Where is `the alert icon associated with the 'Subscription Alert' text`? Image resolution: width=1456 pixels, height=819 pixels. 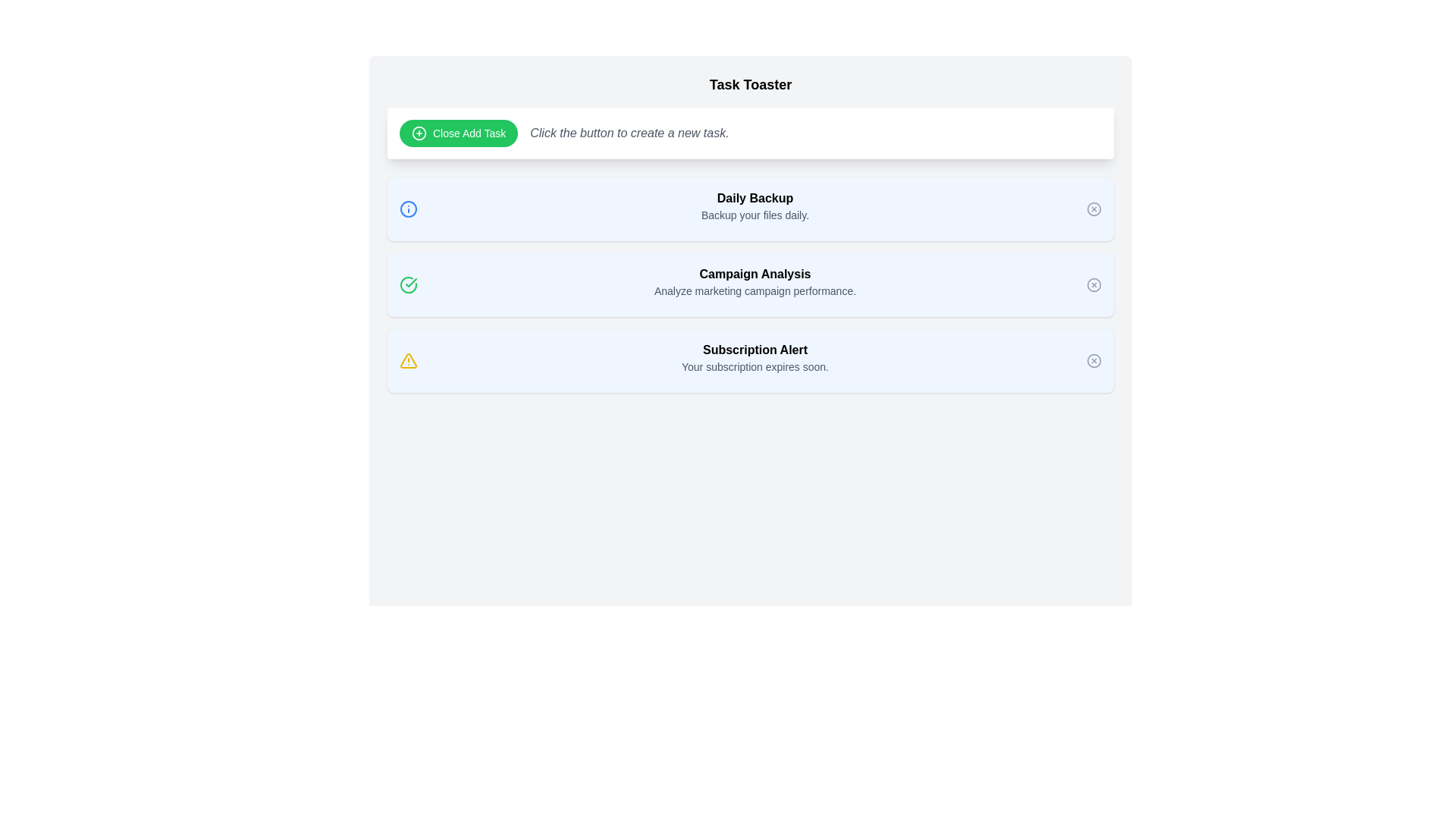
the alert icon associated with the 'Subscription Alert' text is located at coordinates (408, 360).